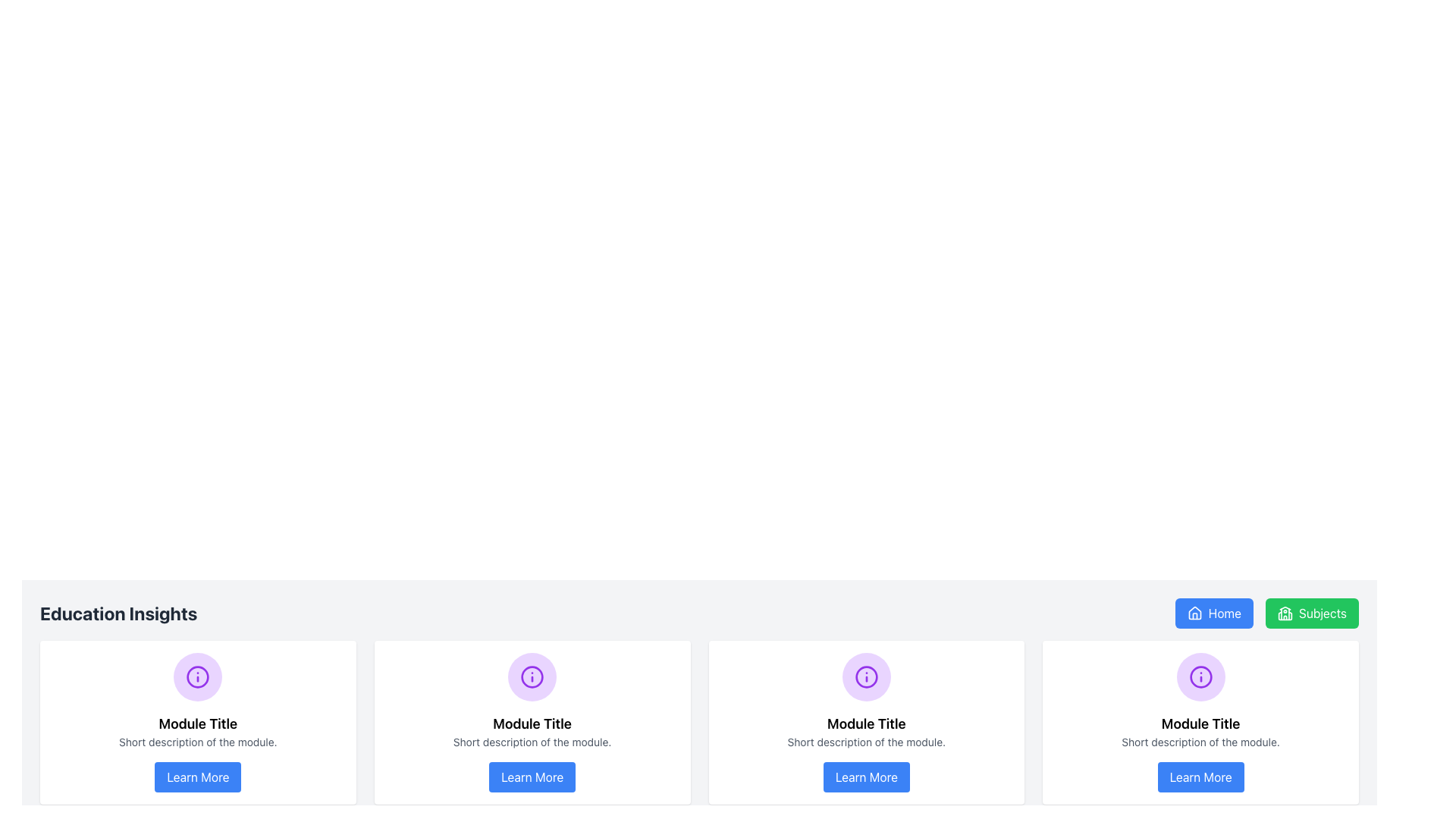 This screenshot has height=819, width=1456. Describe the element at coordinates (1284, 613) in the screenshot. I see `the icon located within the 'Subjects' button in the upper navigation bar` at that location.